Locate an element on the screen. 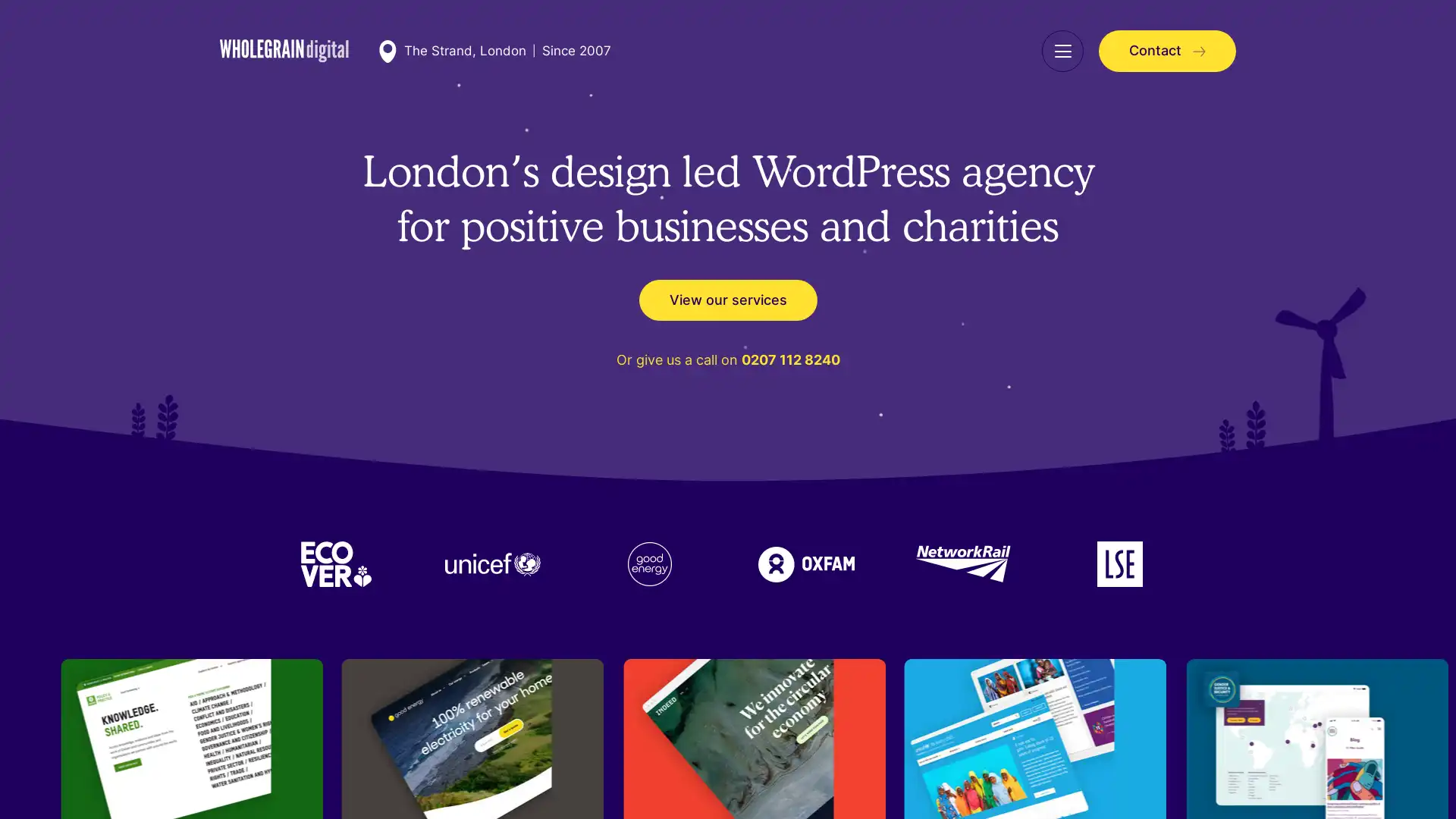  Open menu is located at coordinates (1062, 50).